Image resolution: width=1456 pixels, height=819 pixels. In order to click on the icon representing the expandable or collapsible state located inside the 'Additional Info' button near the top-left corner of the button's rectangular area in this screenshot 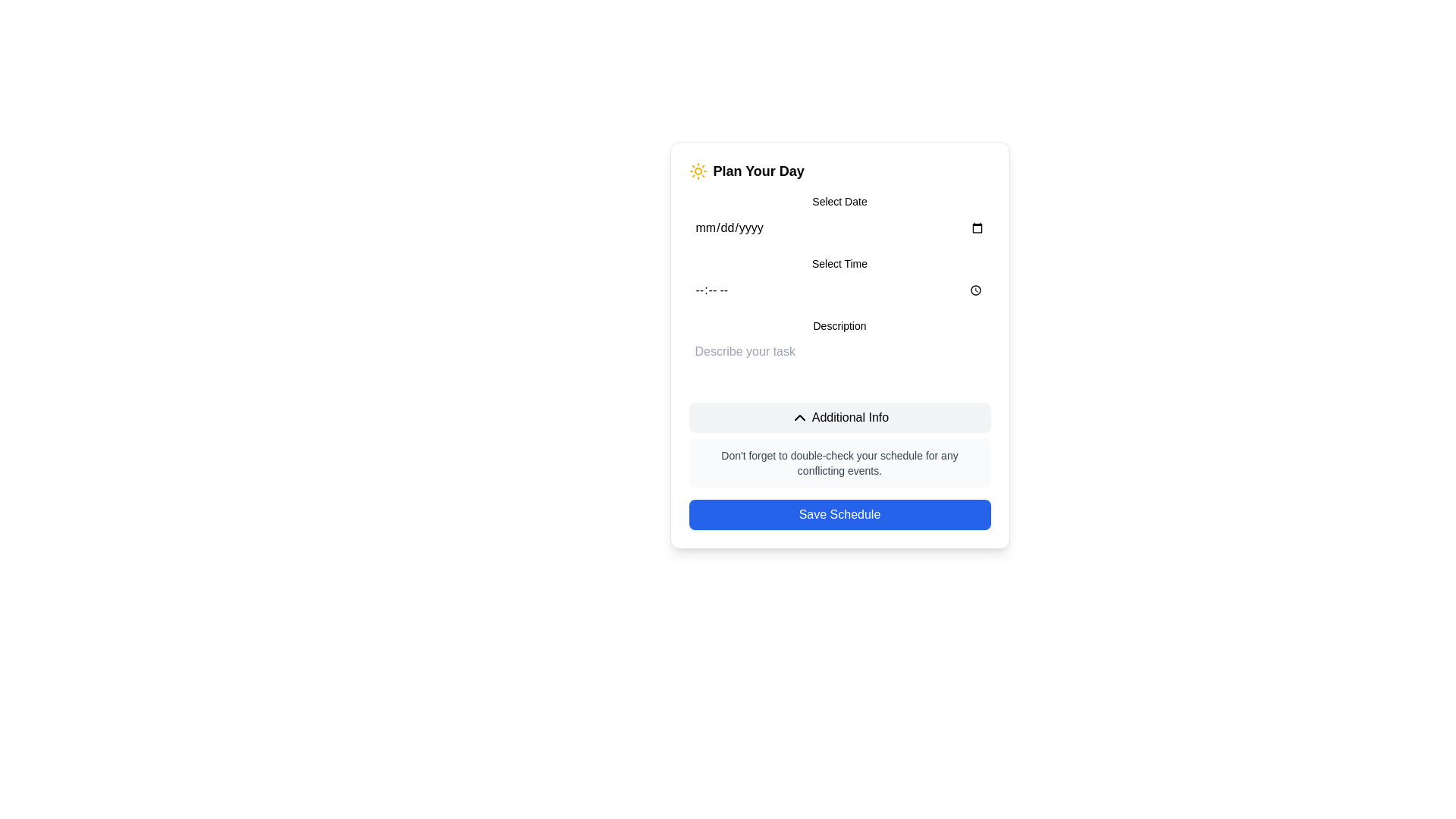, I will do `click(799, 418)`.